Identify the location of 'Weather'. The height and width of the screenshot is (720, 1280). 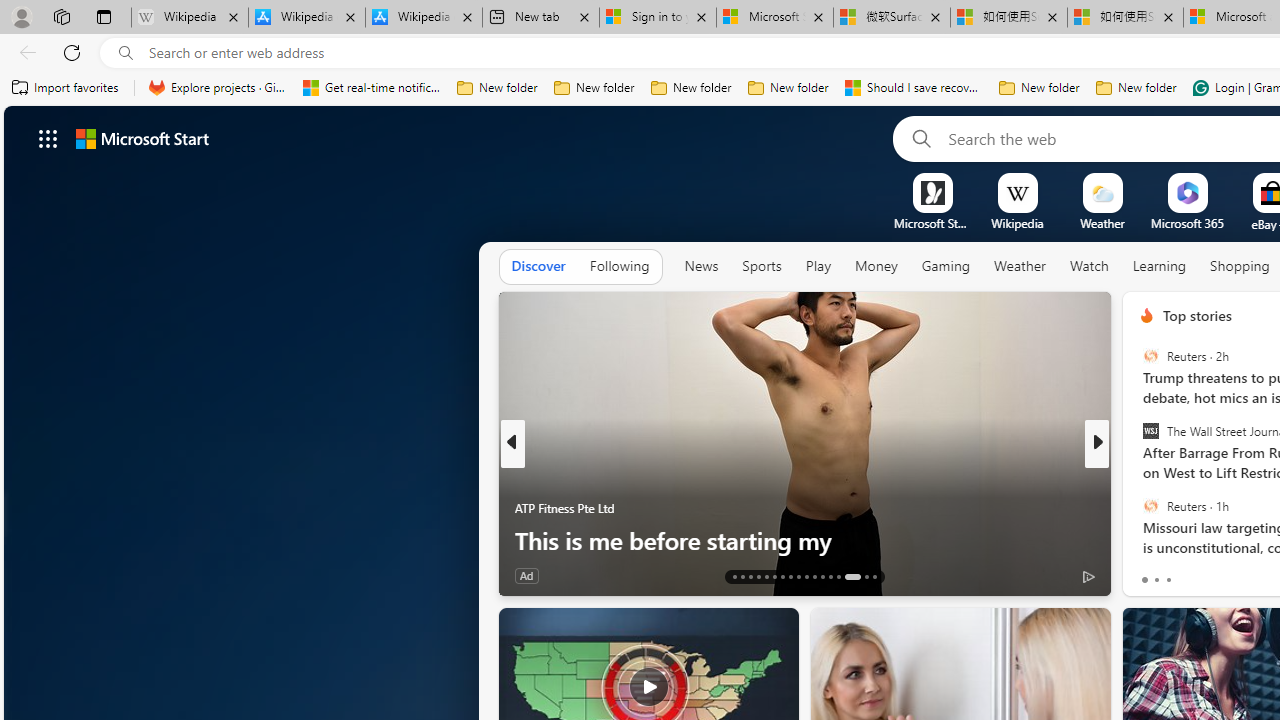
(1020, 266).